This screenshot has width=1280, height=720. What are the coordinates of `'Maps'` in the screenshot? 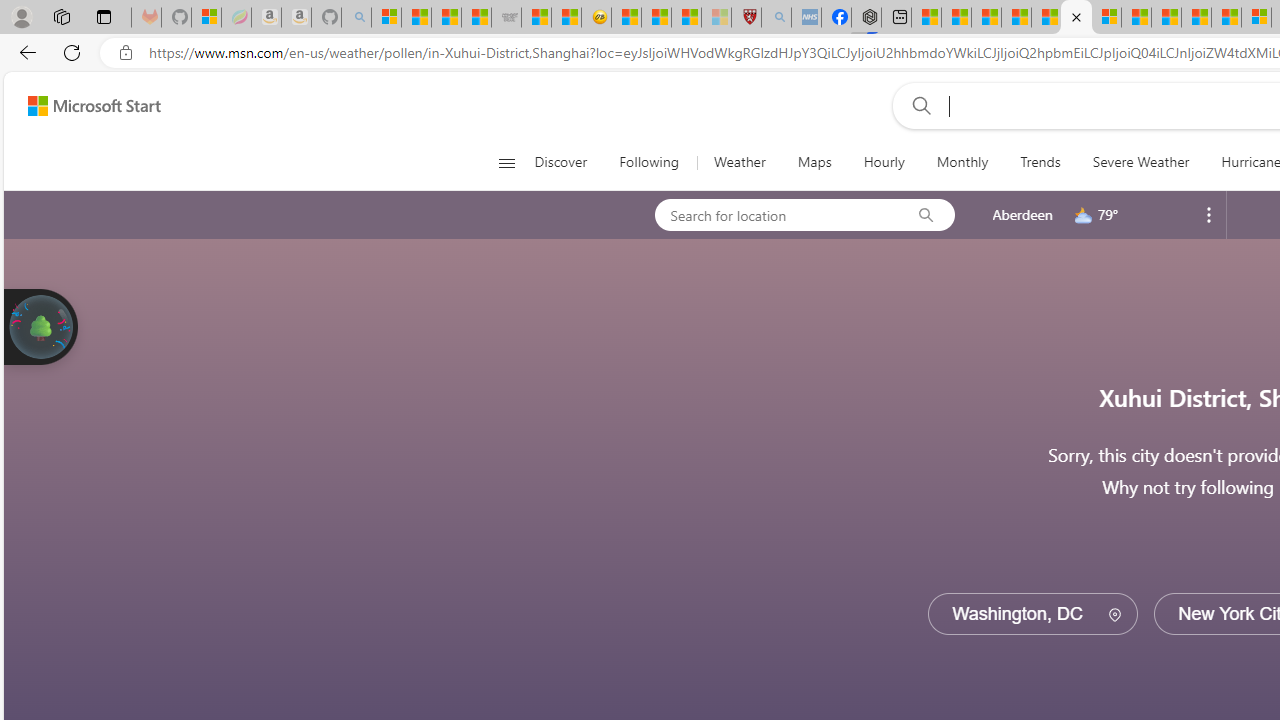 It's located at (814, 162).